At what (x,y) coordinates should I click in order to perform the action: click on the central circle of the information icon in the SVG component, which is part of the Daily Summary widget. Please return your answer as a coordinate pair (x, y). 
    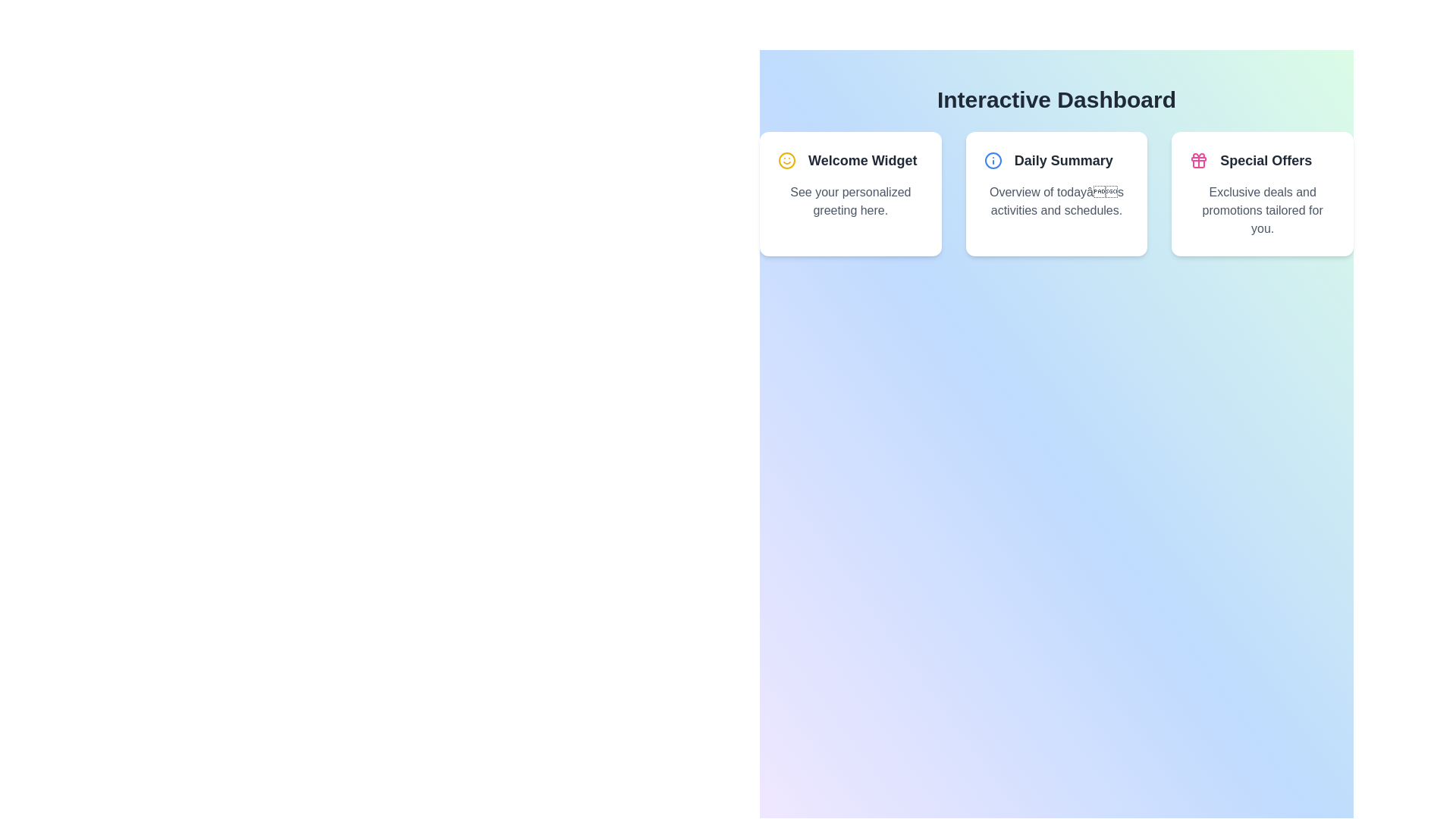
    Looking at the image, I should click on (993, 161).